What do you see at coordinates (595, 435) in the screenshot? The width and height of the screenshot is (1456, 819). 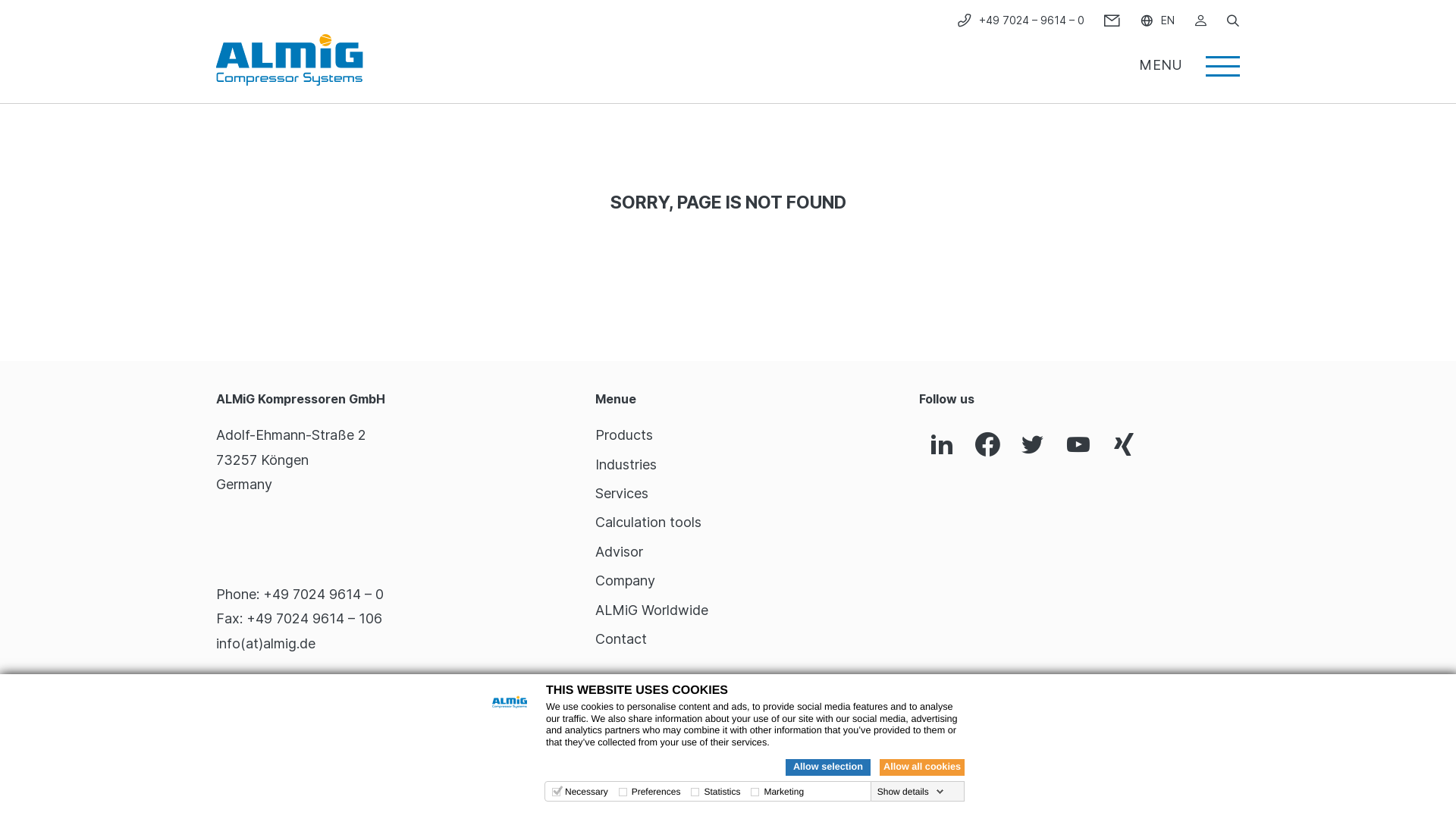 I see `'Products'` at bounding box center [595, 435].